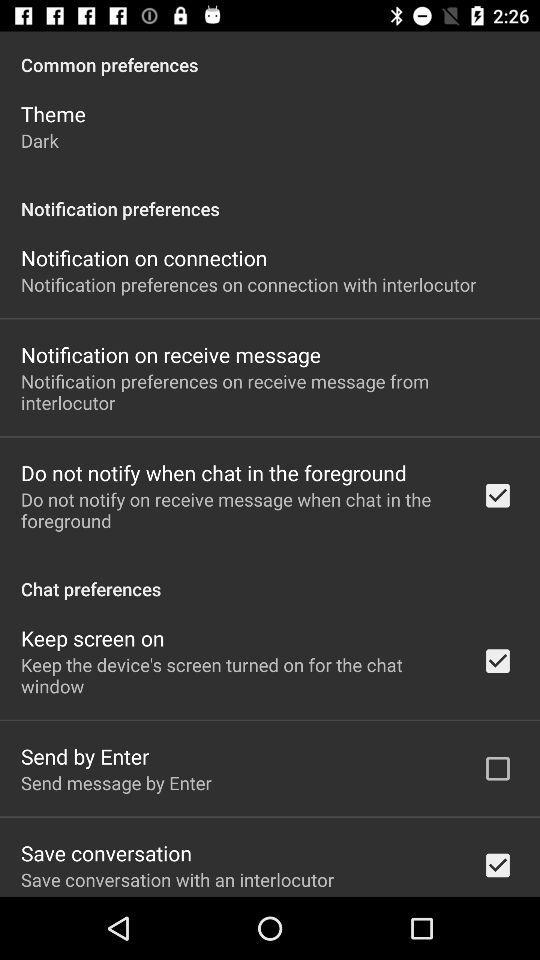  What do you see at coordinates (270, 578) in the screenshot?
I see `app below do not notify icon` at bounding box center [270, 578].